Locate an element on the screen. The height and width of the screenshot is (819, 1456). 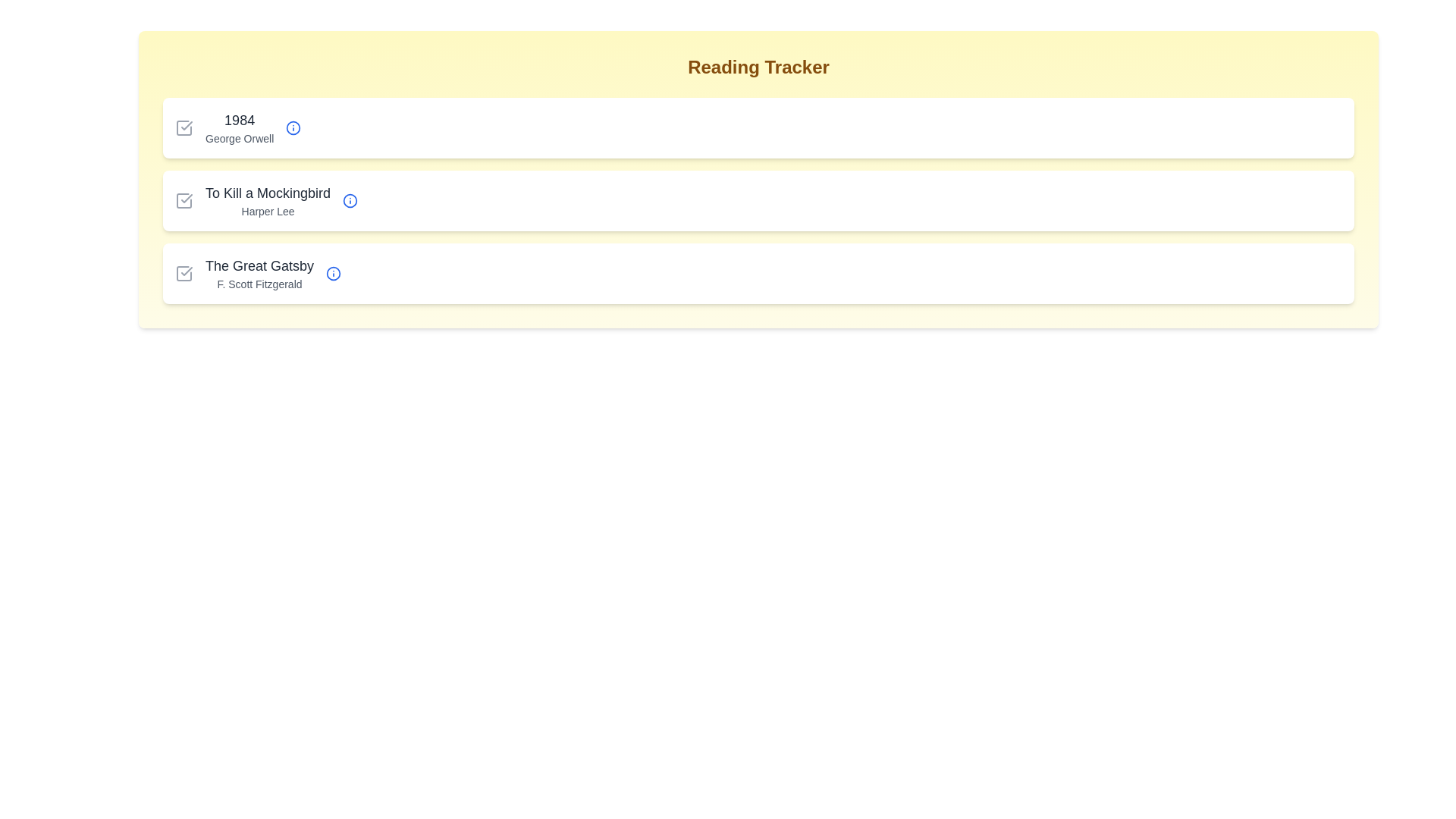
information button for the book titled 'The Great Gatsby' is located at coordinates (333, 274).